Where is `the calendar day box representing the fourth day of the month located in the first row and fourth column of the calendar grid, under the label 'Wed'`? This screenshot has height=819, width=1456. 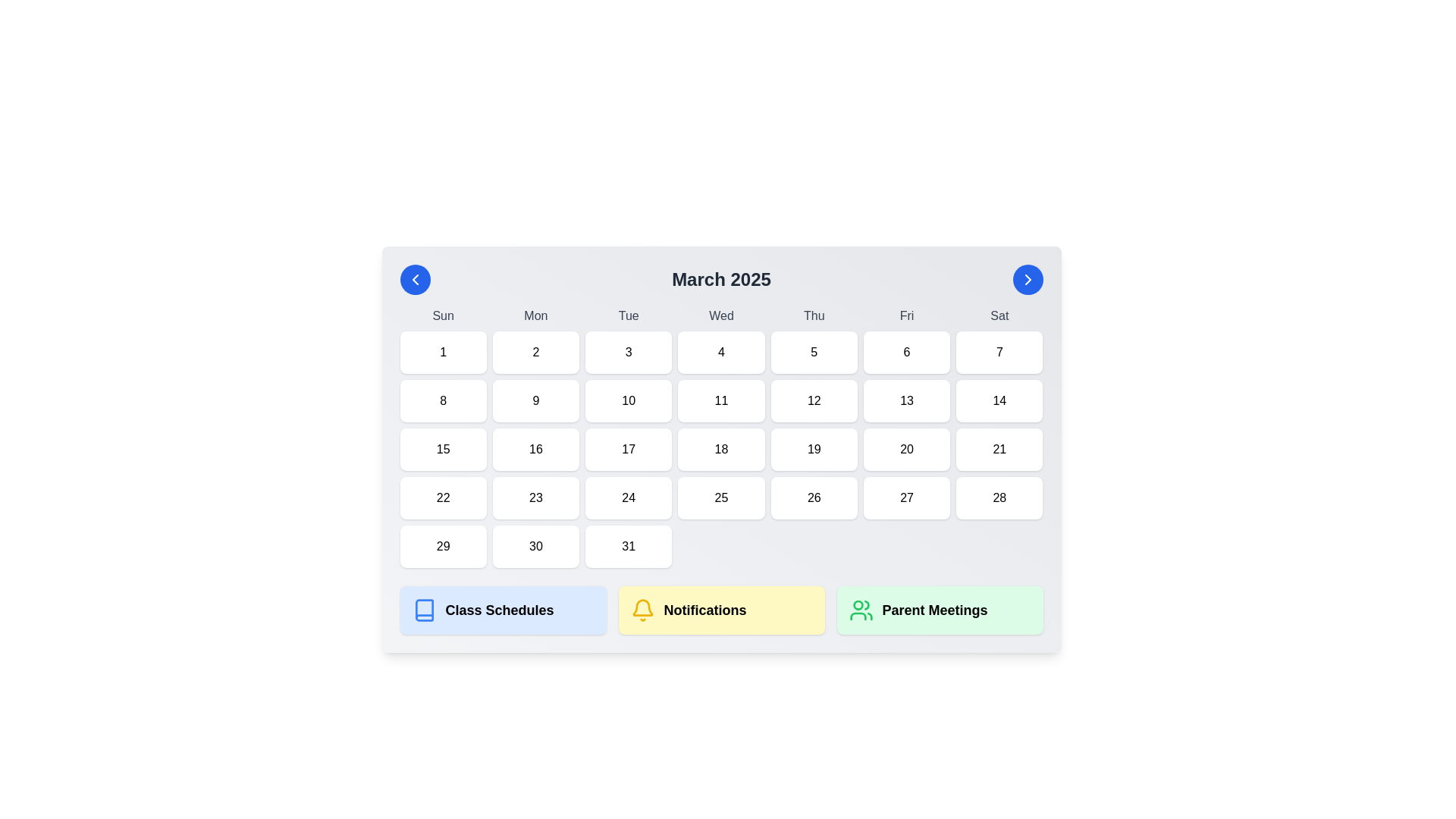 the calendar day box representing the fourth day of the month located in the first row and fourth column of the calendar grid, under the label 'Wed' is located at coordinates (720, 353).